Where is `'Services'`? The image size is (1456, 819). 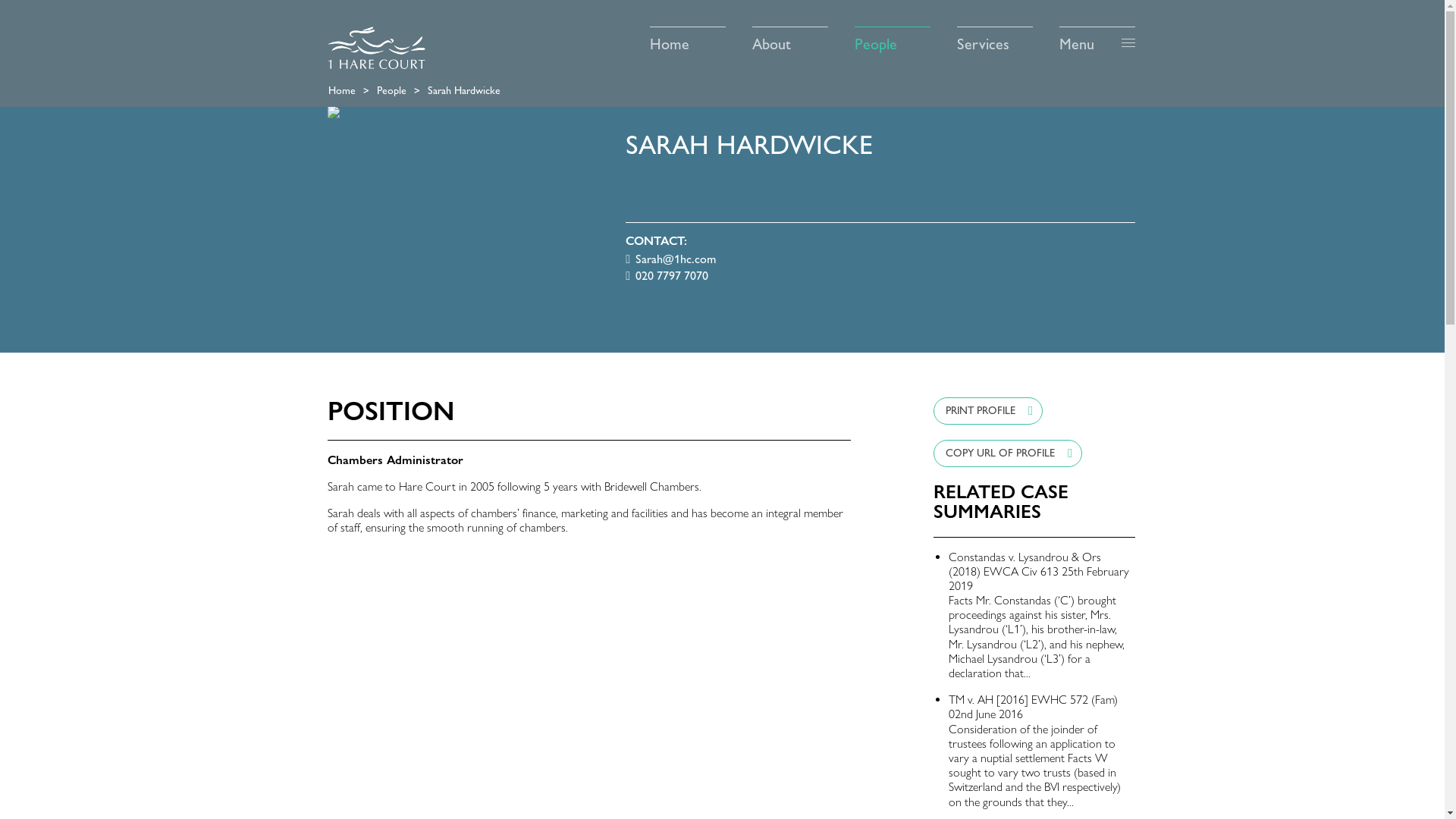 'Services' is located at coordinates (994, 38).